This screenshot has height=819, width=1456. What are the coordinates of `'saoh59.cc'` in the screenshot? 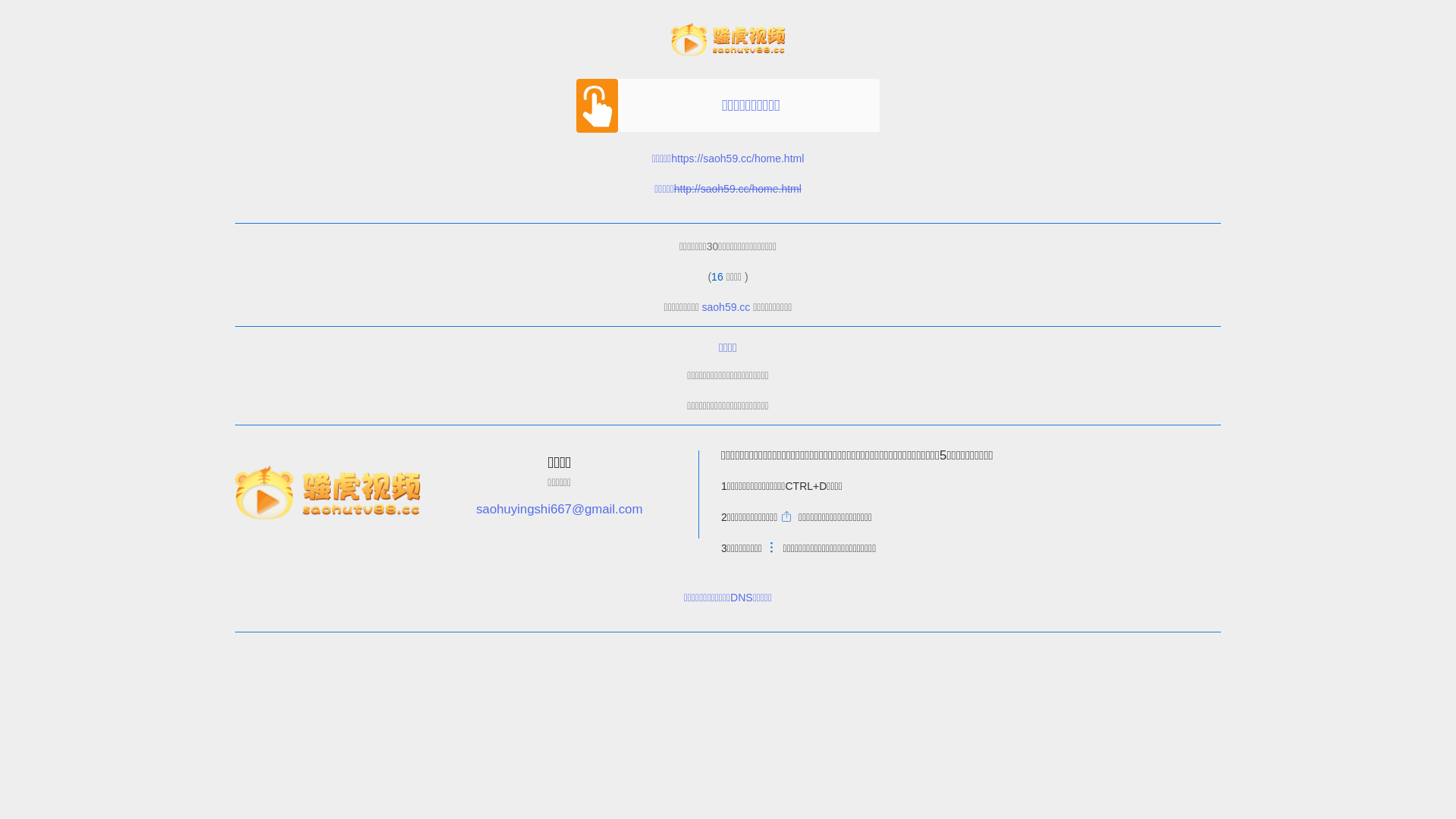 It's located at (726, 307).